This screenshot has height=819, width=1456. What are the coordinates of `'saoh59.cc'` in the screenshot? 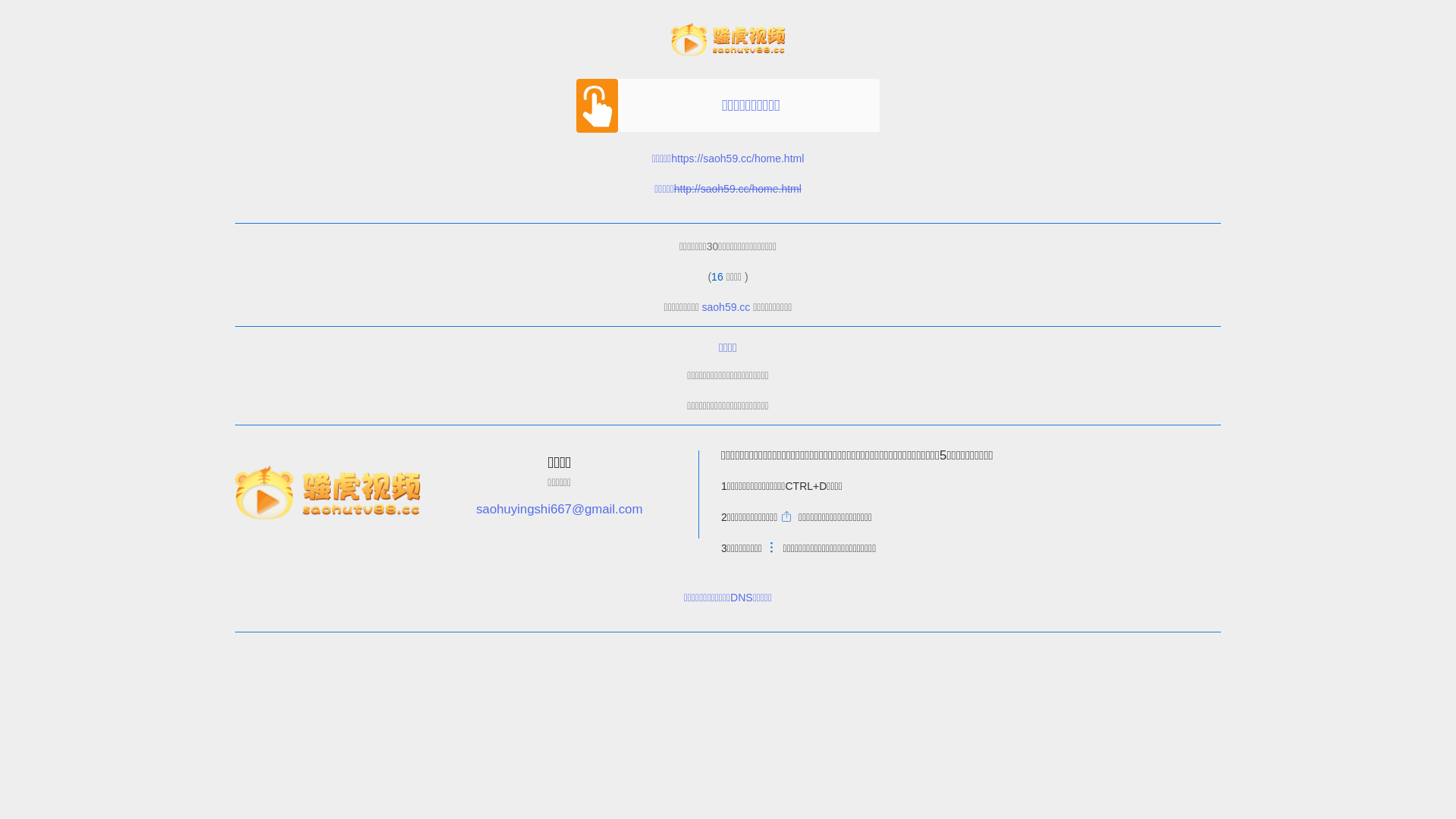 It's located at (726, 307).